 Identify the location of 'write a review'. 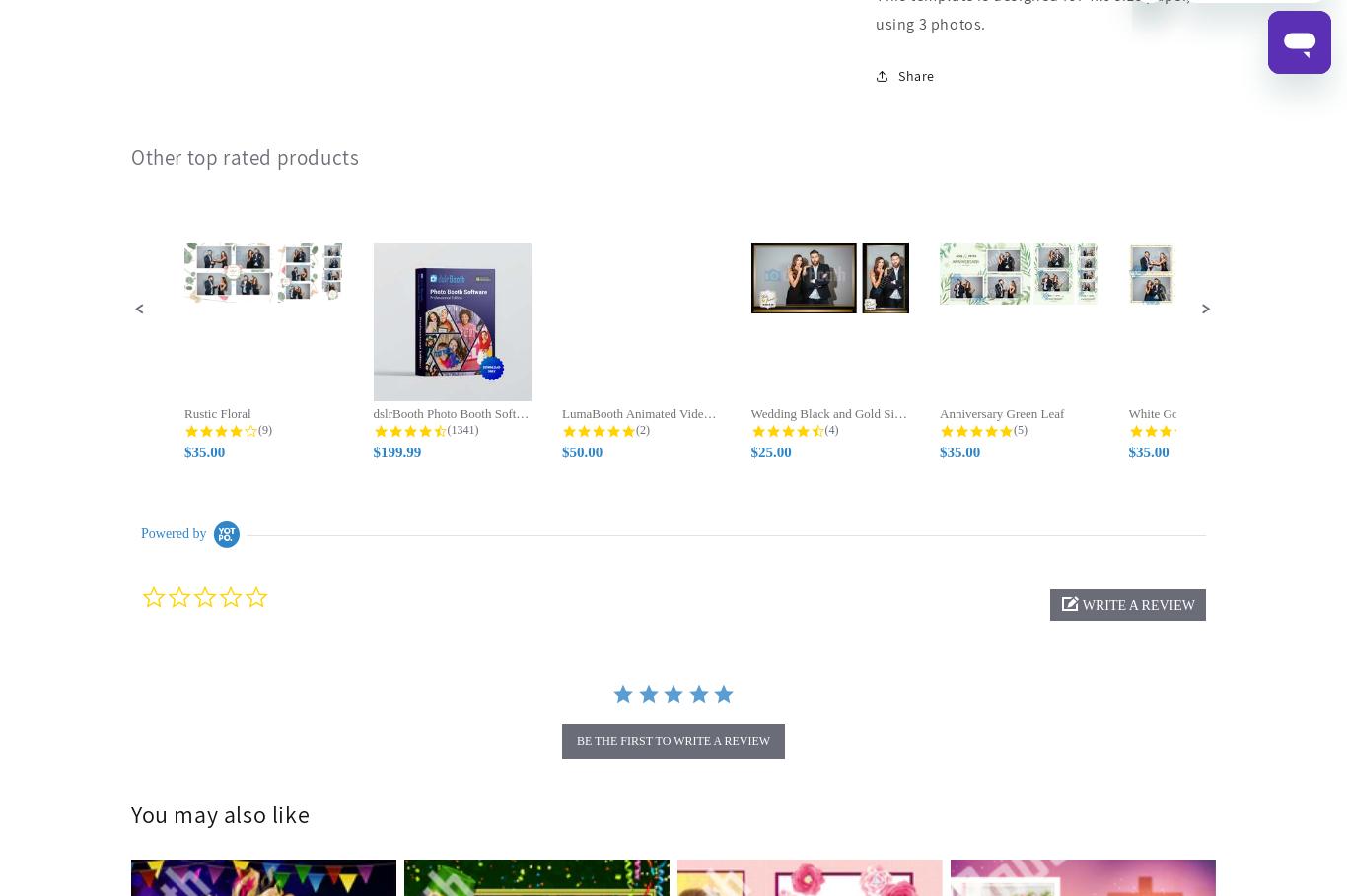
(1081, 605).